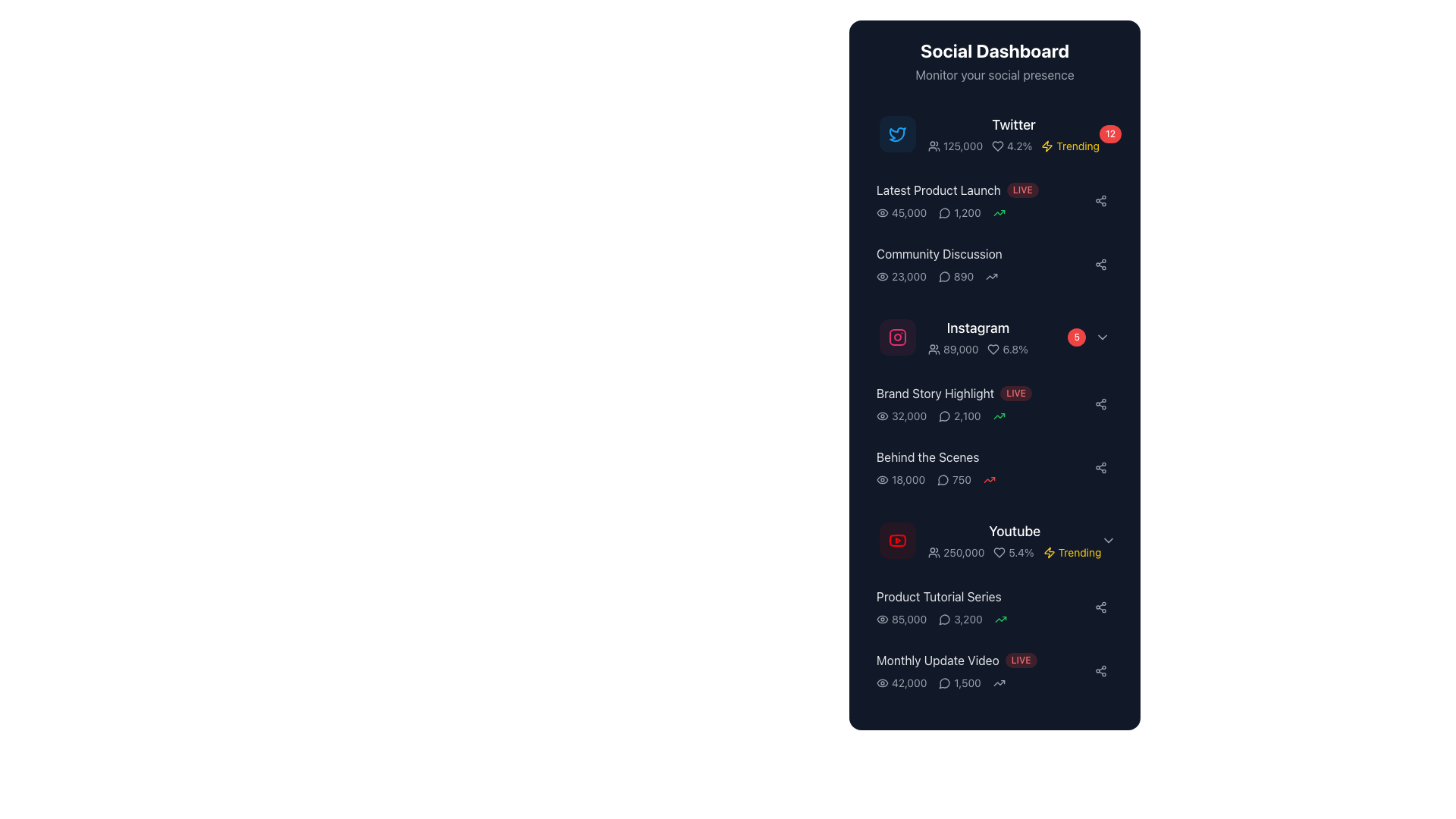 The width and height of the screenshot is (1456, 819). I want to click on the small heart-shaped icon with a hollow outline located in the 'Twitter' section of the 'Social Dashboard' table interface, positioned immediately to the left of the numeric value '4.2%, so click(998, 146).